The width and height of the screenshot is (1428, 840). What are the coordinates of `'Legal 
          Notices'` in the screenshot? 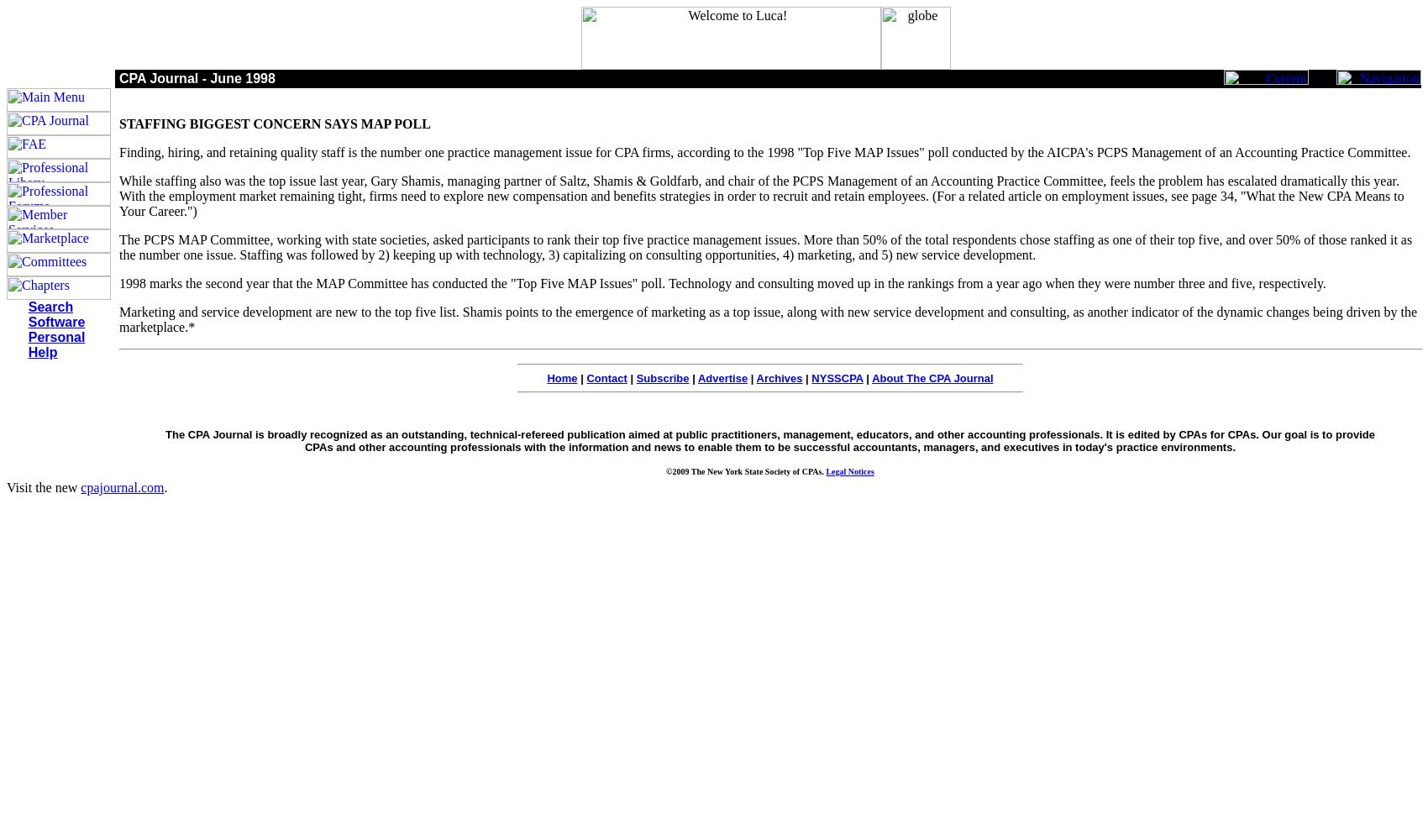 It's located at (848, 471).